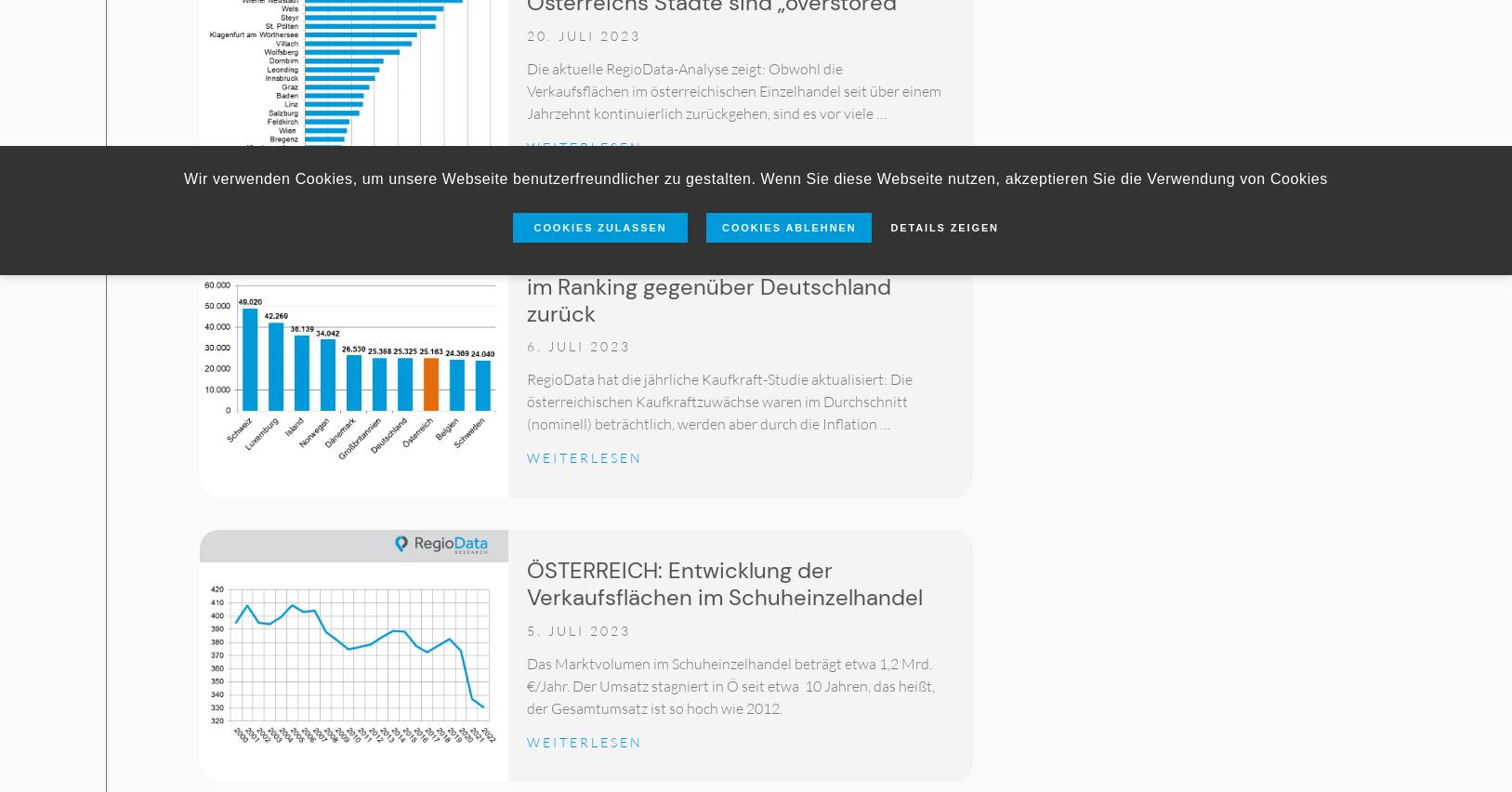 Image resolution: width=1512 pixels, height=792 pixels. Describe the element at coordinates (526, 284) in the screenshot. I see `'ÖSTERREICH: Kaufkraft – Österreich fällt im Ranking gegenüber Deutschland zurück'` at that location.